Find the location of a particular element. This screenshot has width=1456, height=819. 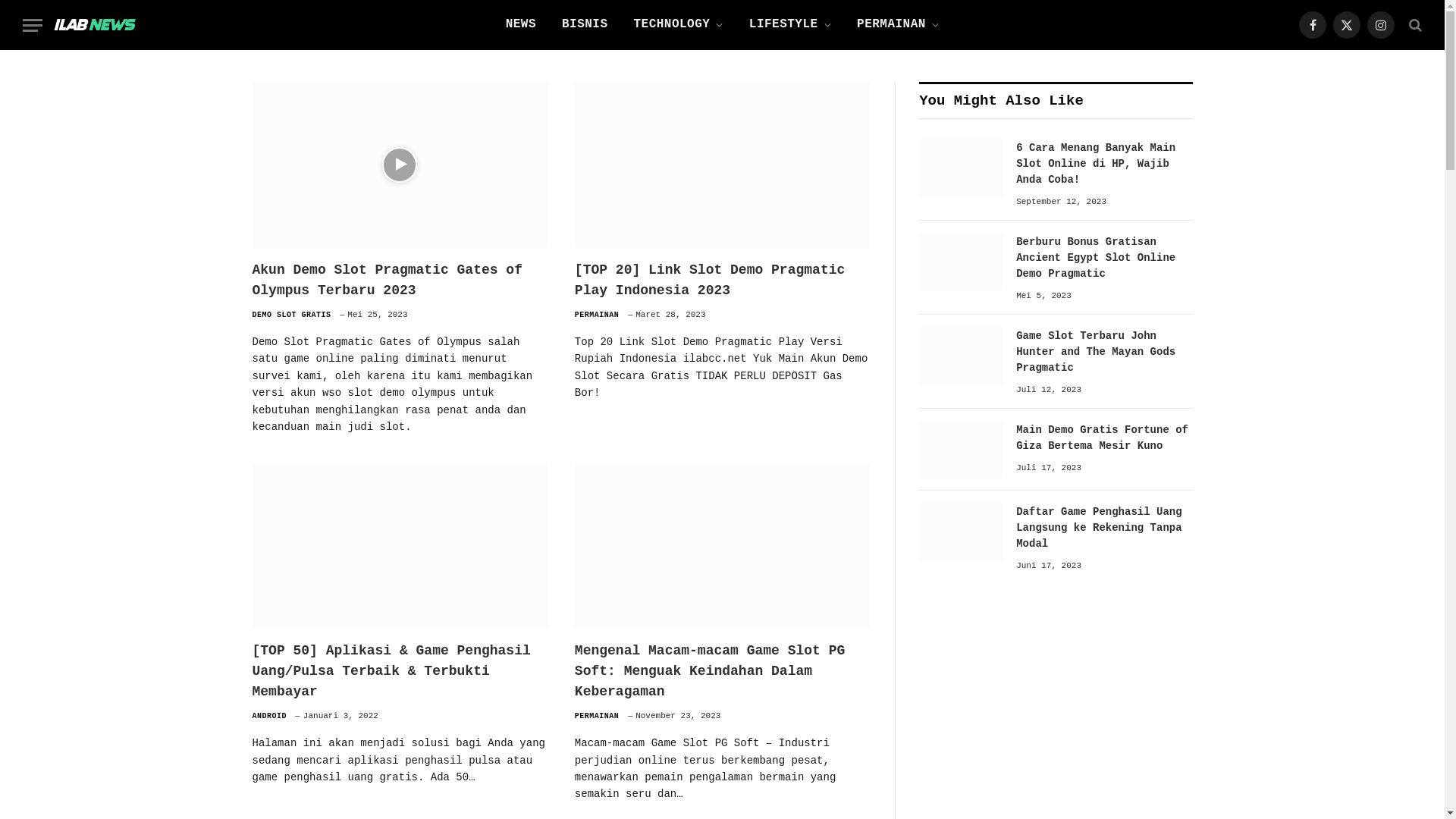

'Akun Demo Slot Pragmatic Gates of Olympus Terbaru 2023' is located at coordinates (399, 281).